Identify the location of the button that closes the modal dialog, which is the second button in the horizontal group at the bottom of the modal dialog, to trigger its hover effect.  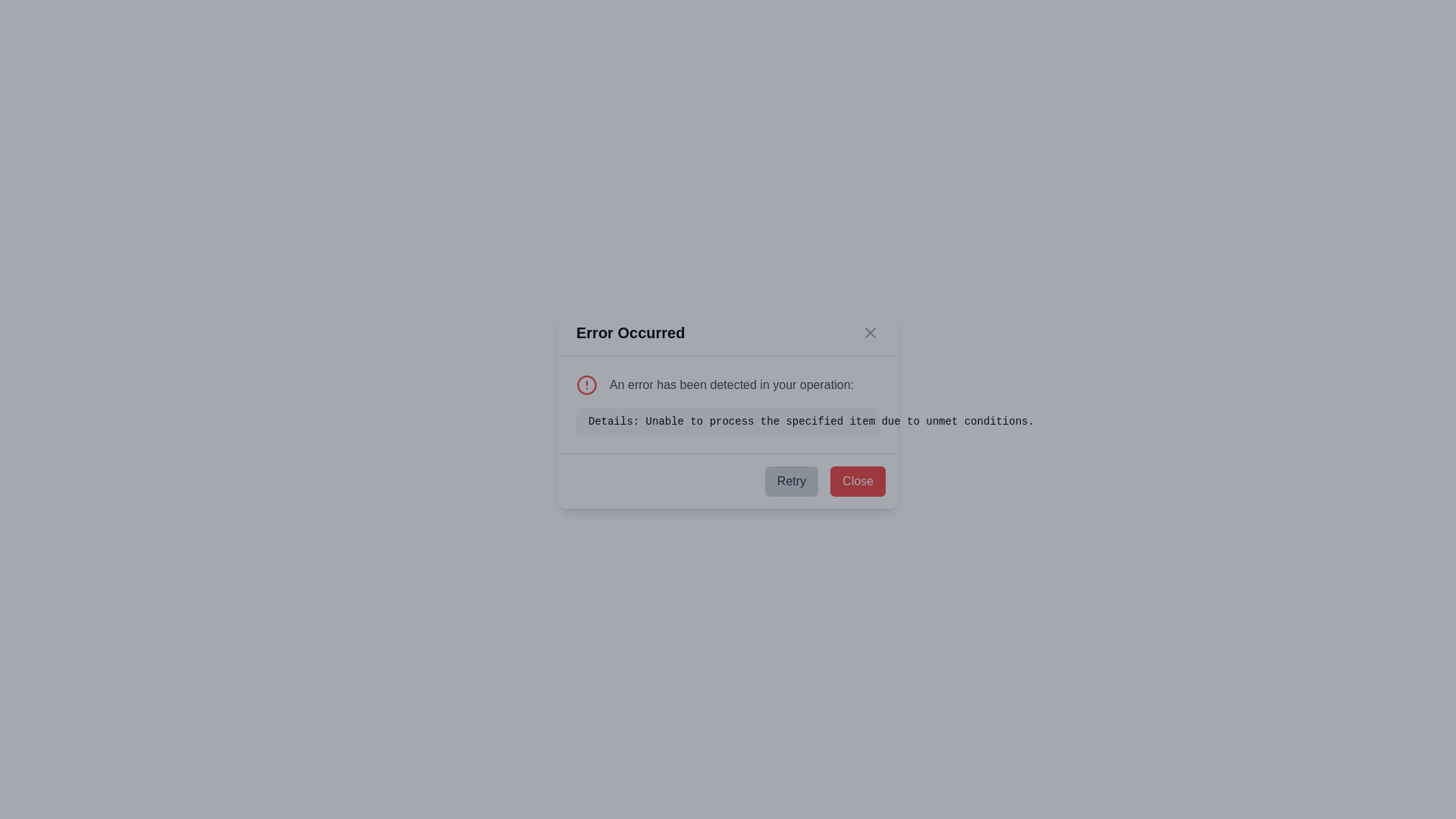
(858, 482).